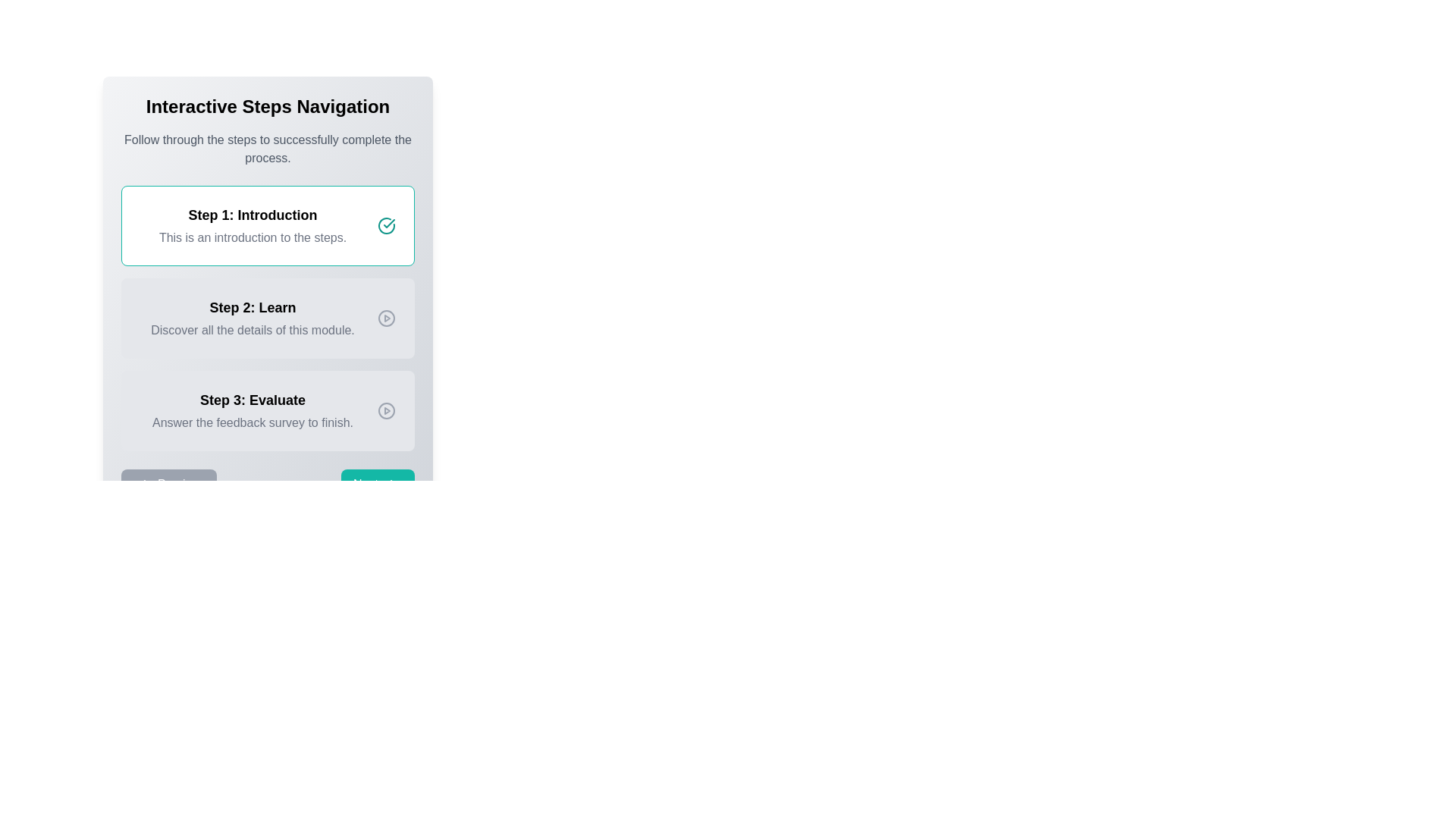  I want to click on the completion icon positioned to the right of 'Step 1: Introduction' to trigger relevant actions in the interactive navigation, so click(389, 223).